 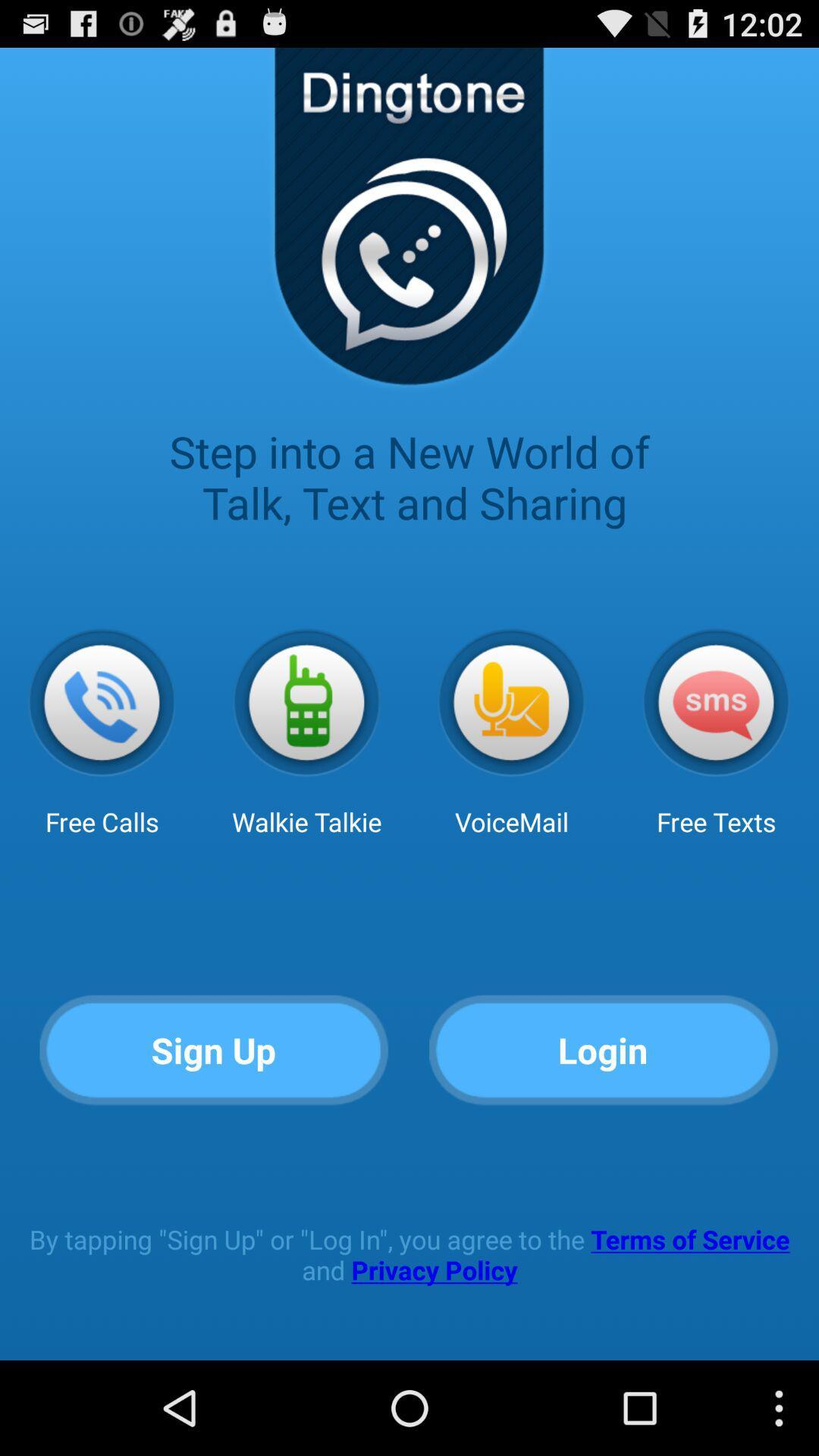 What do you see at coordinates (409, 1254) in the screenshot?
I see `the by tapping sign item` at bounding box center [409, 1254].